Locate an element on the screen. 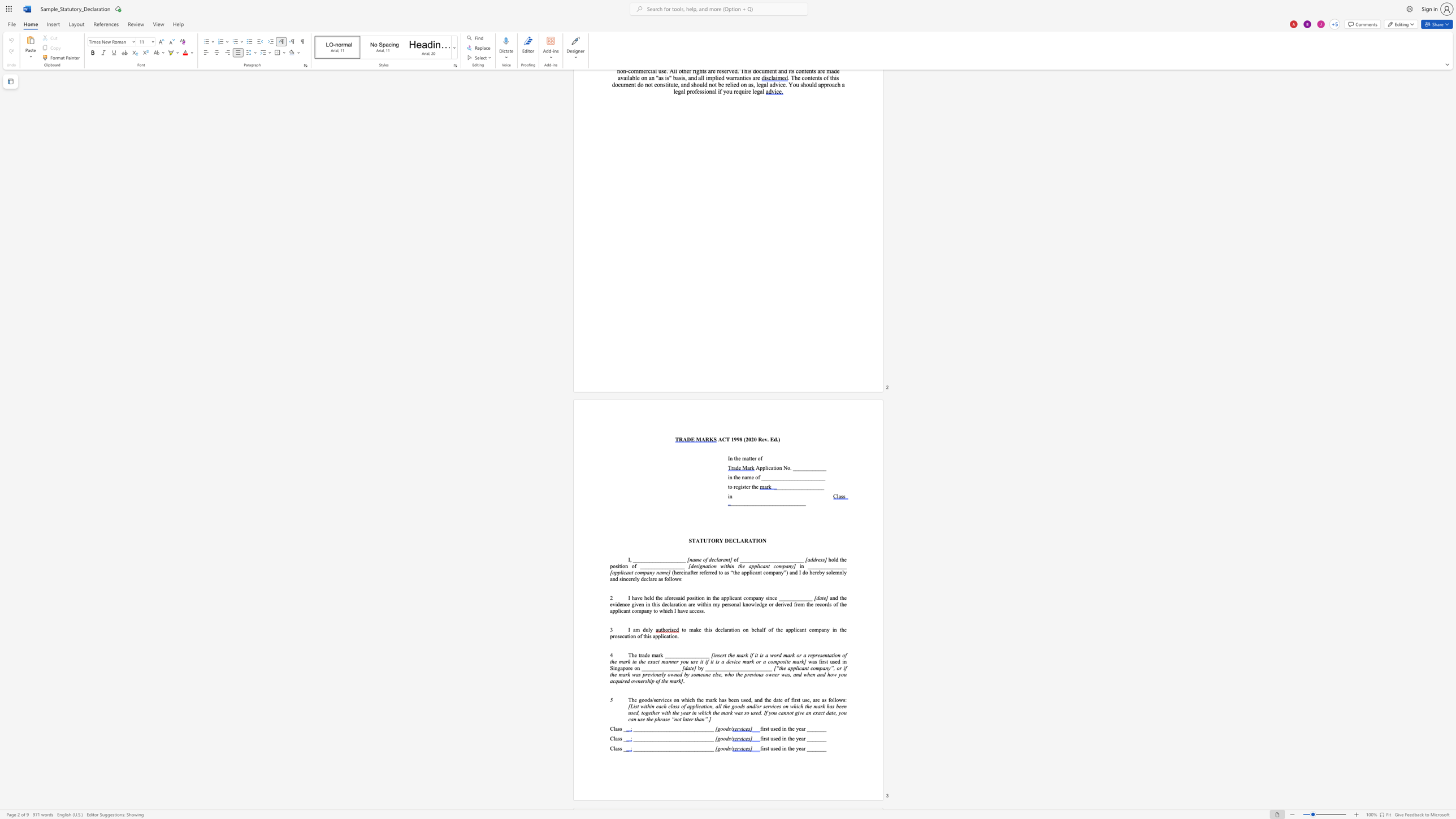 The image size is (1456, 819). the 1th character "O" in the text is located at coordinates (713, 540).